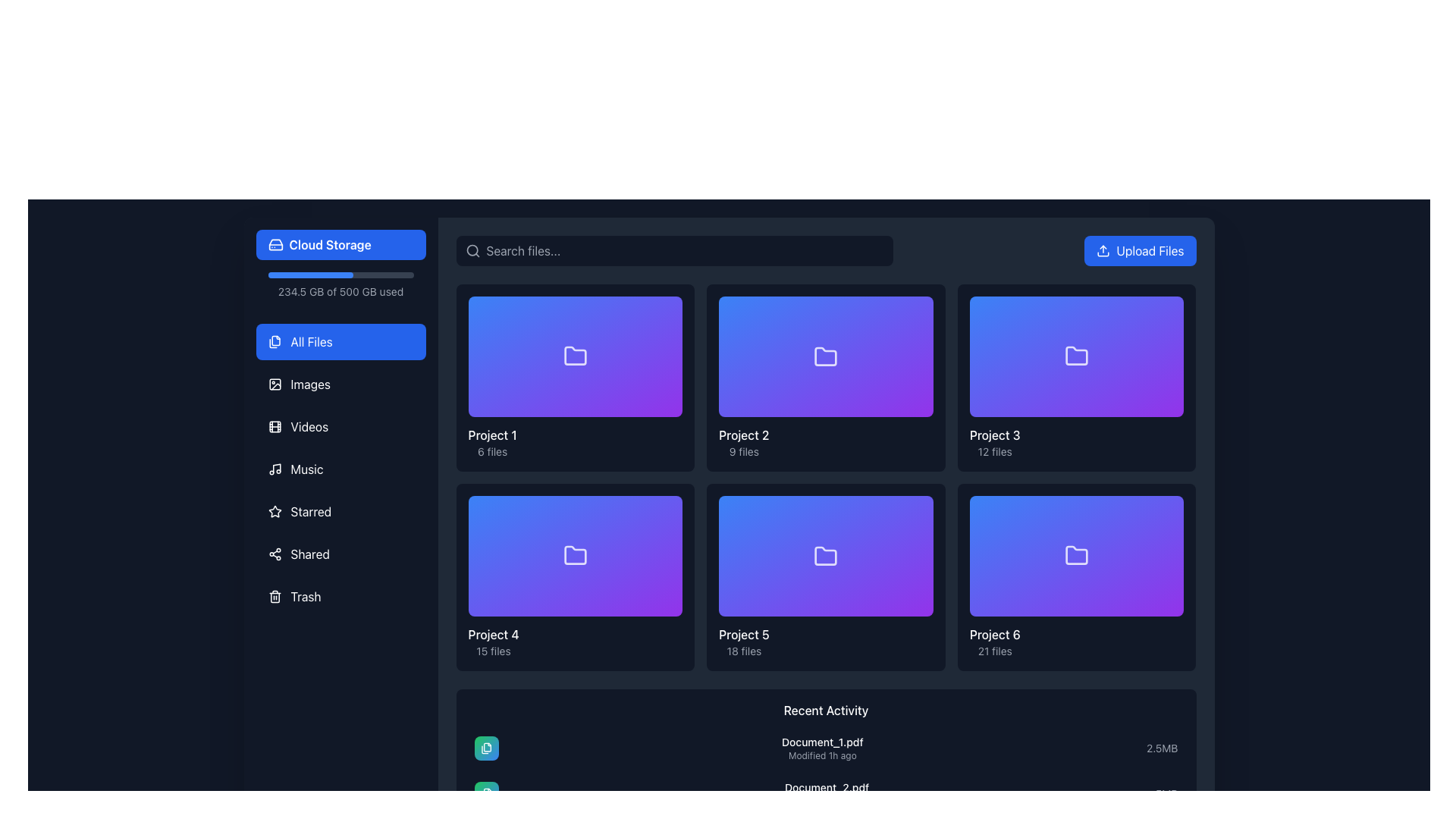 This screenshot has width=1456, height=819. Describe the element at coordinates (574, 577) in the screenshot. I see `the 'Project 4' card` at that location.